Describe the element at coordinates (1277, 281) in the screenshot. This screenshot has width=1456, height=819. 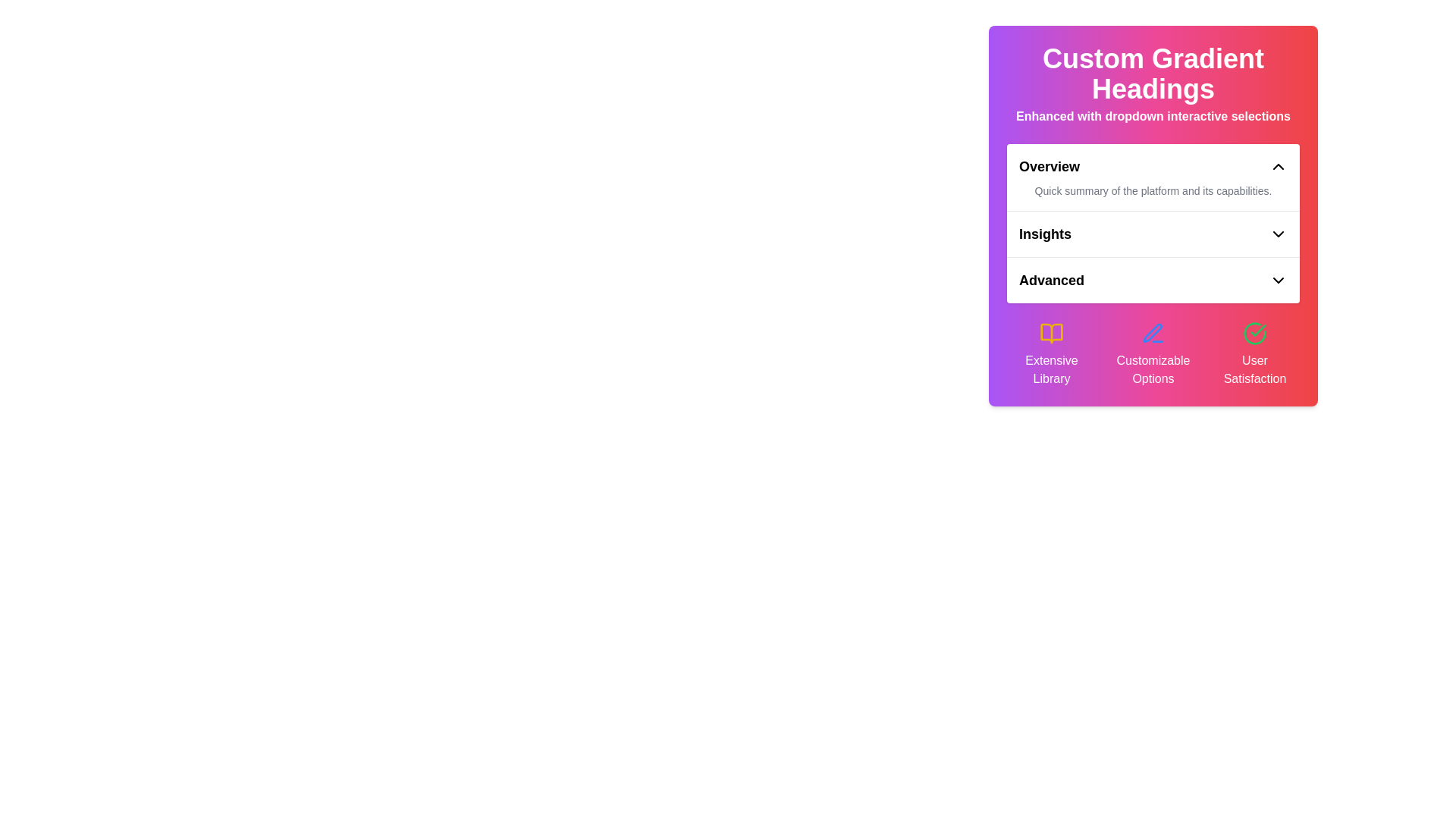
I see `the chevron-down icon located at the rightmost part of the 'Advanced' header` at that location.